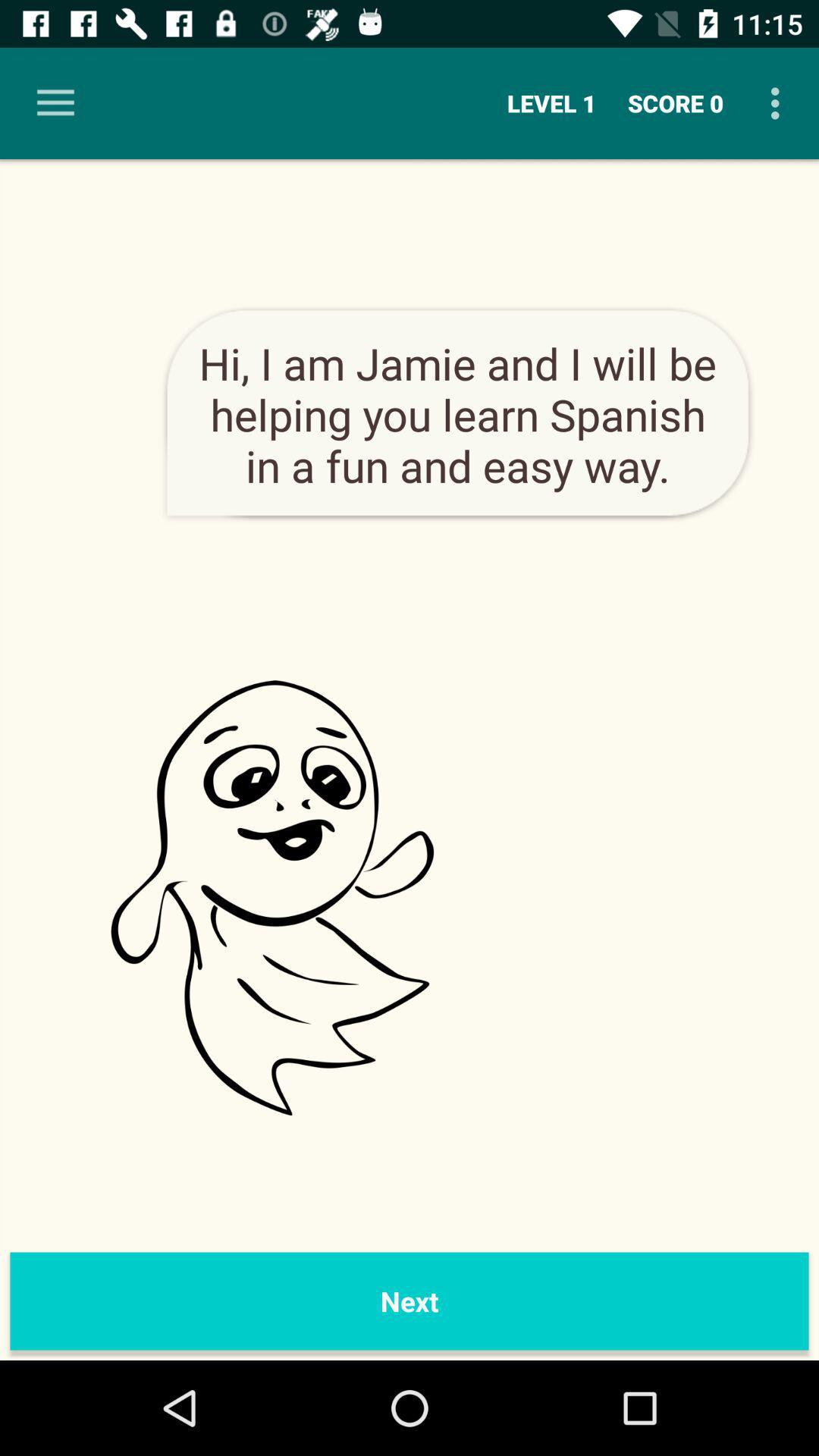 This screenshot has width=819, height=1456. I want to click on the next, so click(409, 1300).